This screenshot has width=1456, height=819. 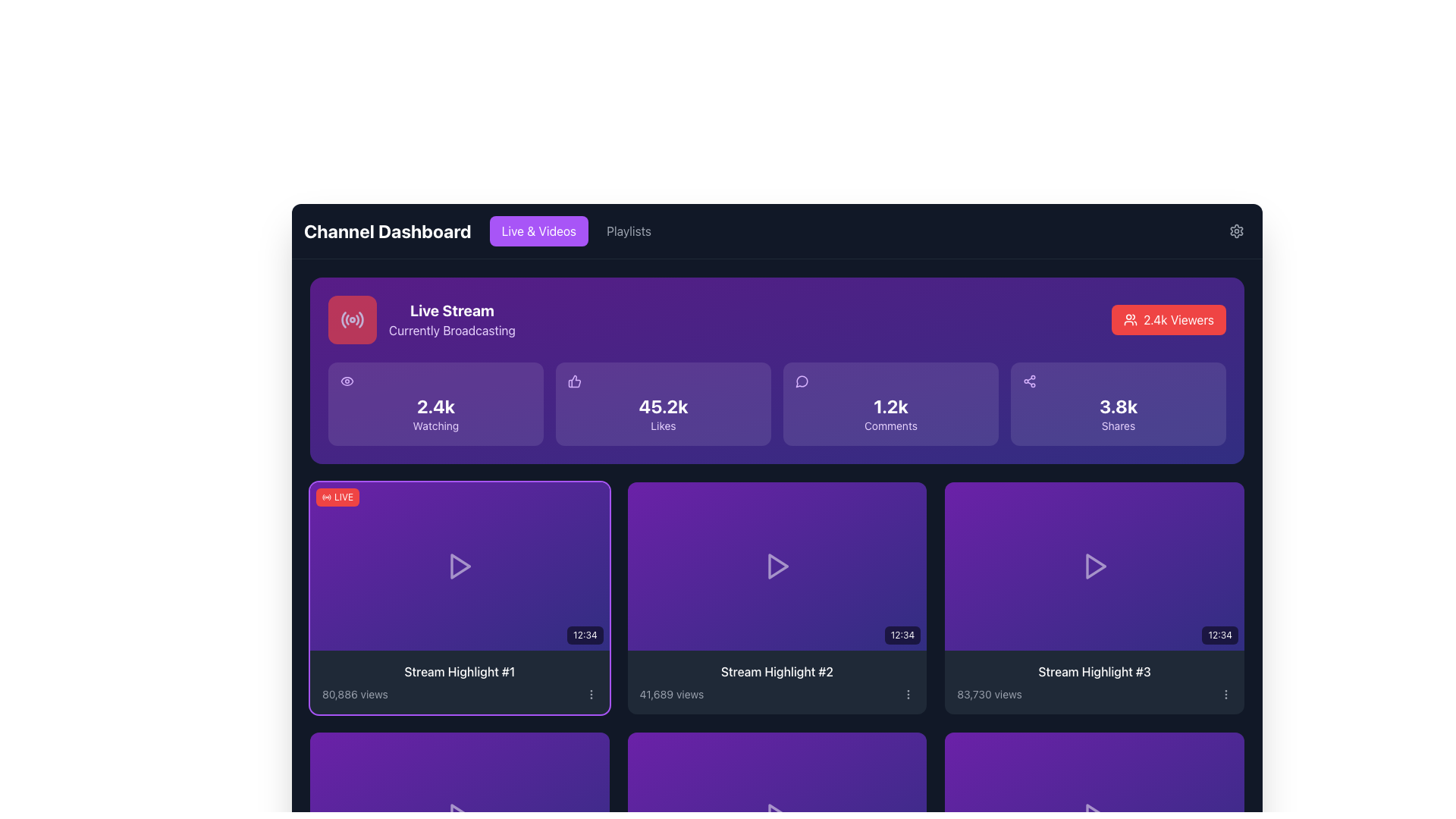 What do you see at coordinates (777, 566) in the screenshot?
I see `the play button icon located in the second tile of the second row of video highlights for keyboard actions` at bounding box center [777, 566].